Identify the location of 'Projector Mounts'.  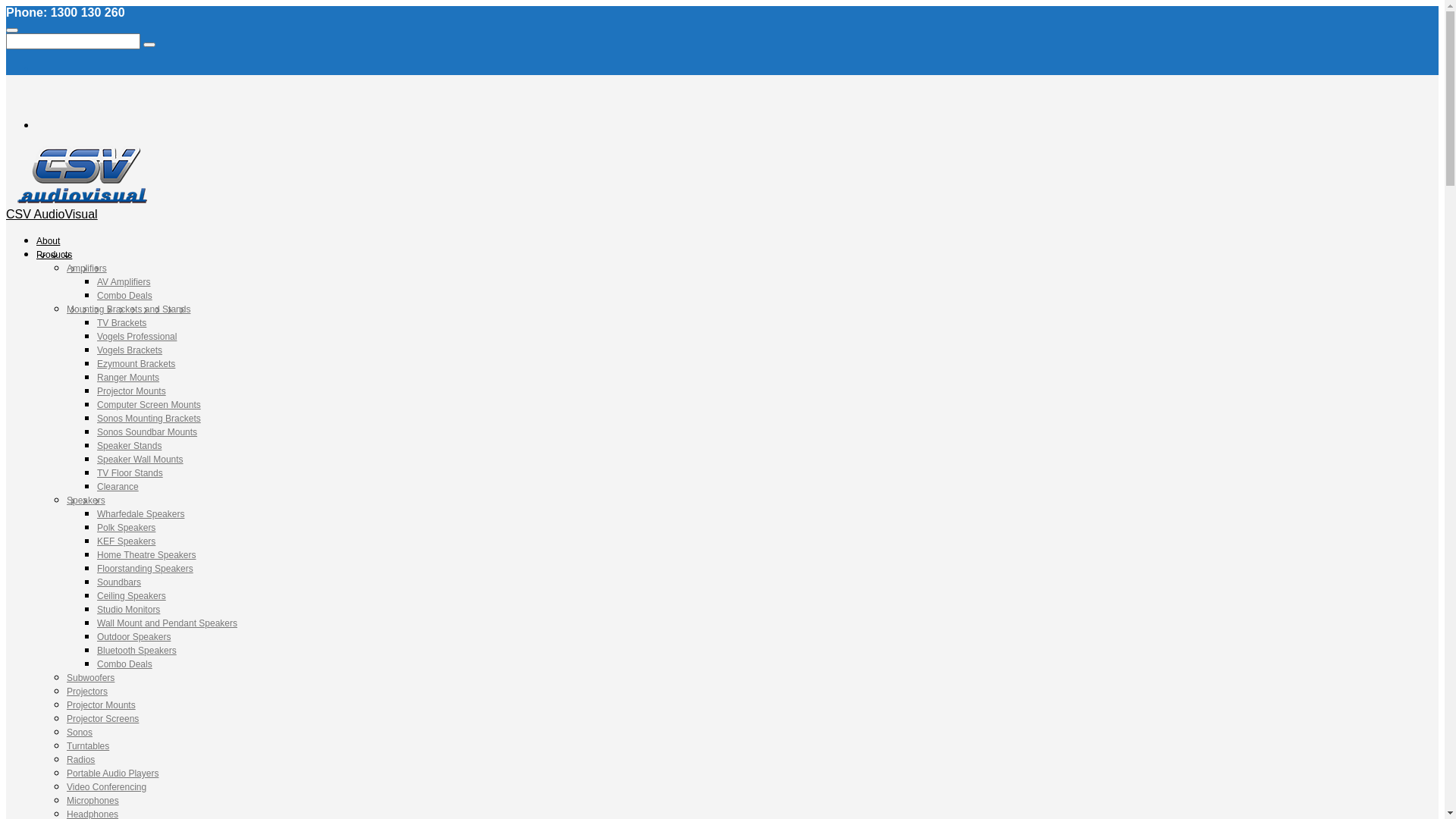
(96, 391).